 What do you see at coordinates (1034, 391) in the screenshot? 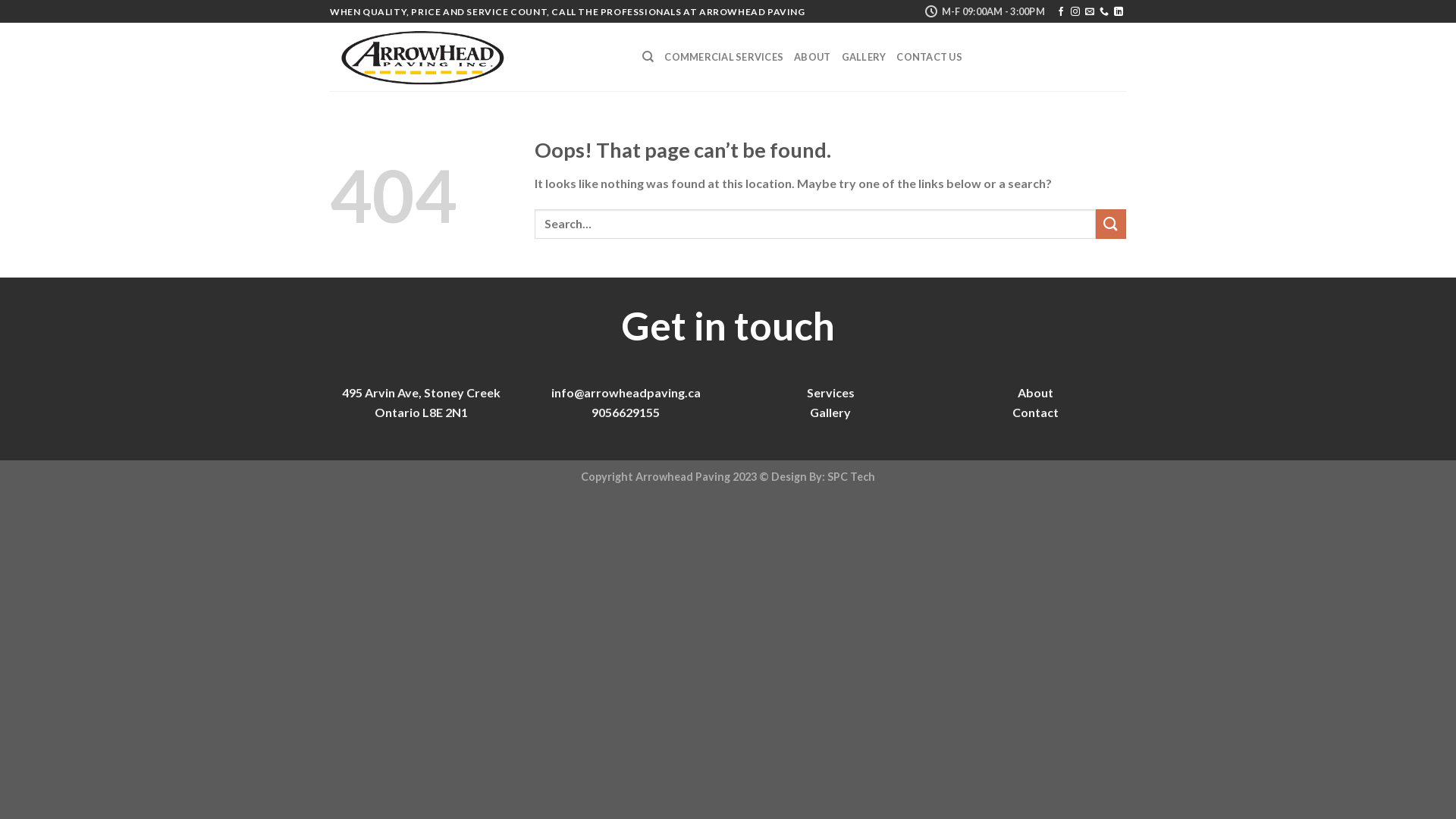
I see `'About'` at bounding box center [1034, 391].